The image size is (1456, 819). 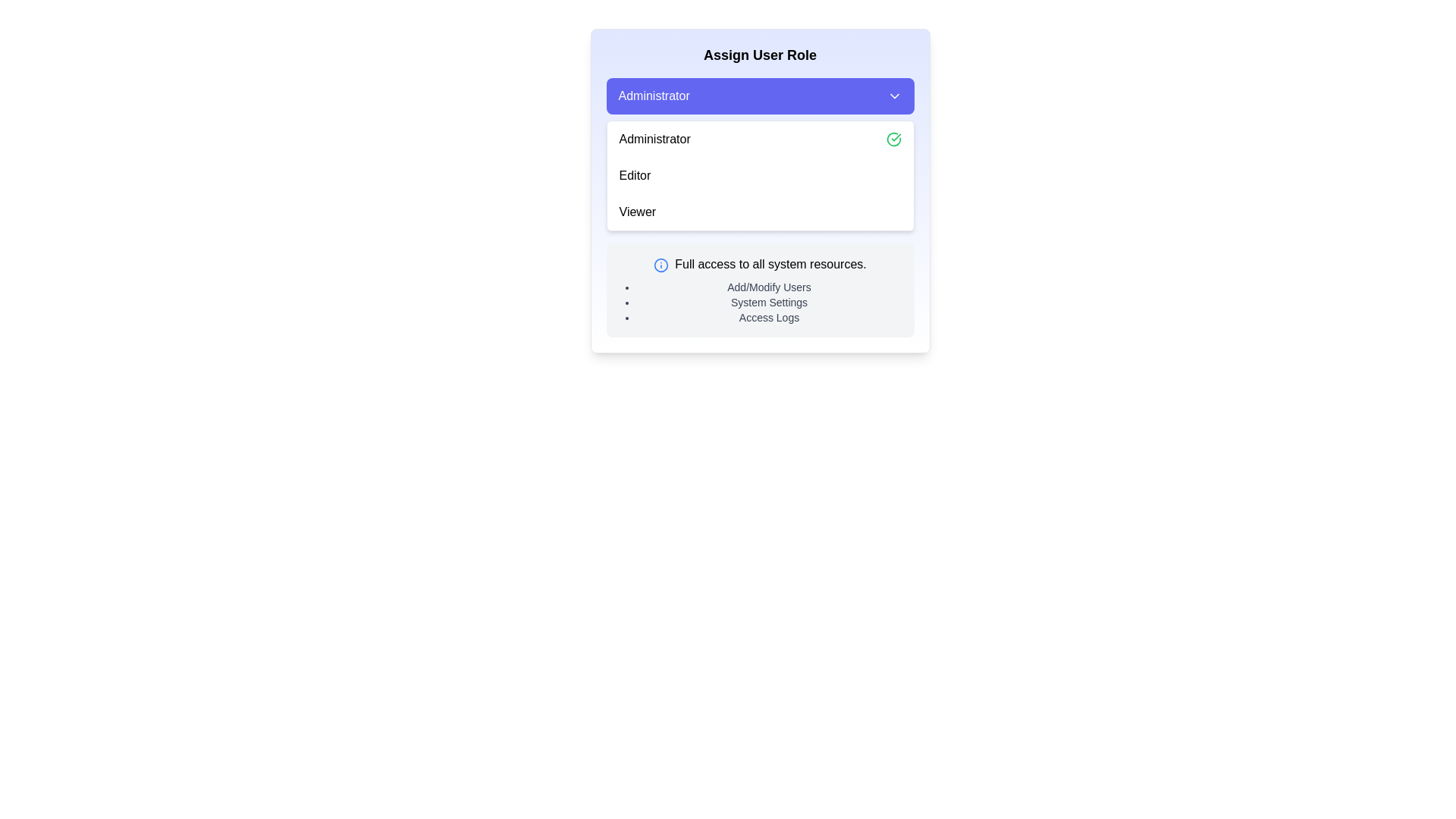 What do you see at coordinates (769, 317) in the screenshot?
I see `static text element labeled 'Access Logs' which is displayed in gray font and is the third item in a bulleted list` at bounding box center [769, 317].